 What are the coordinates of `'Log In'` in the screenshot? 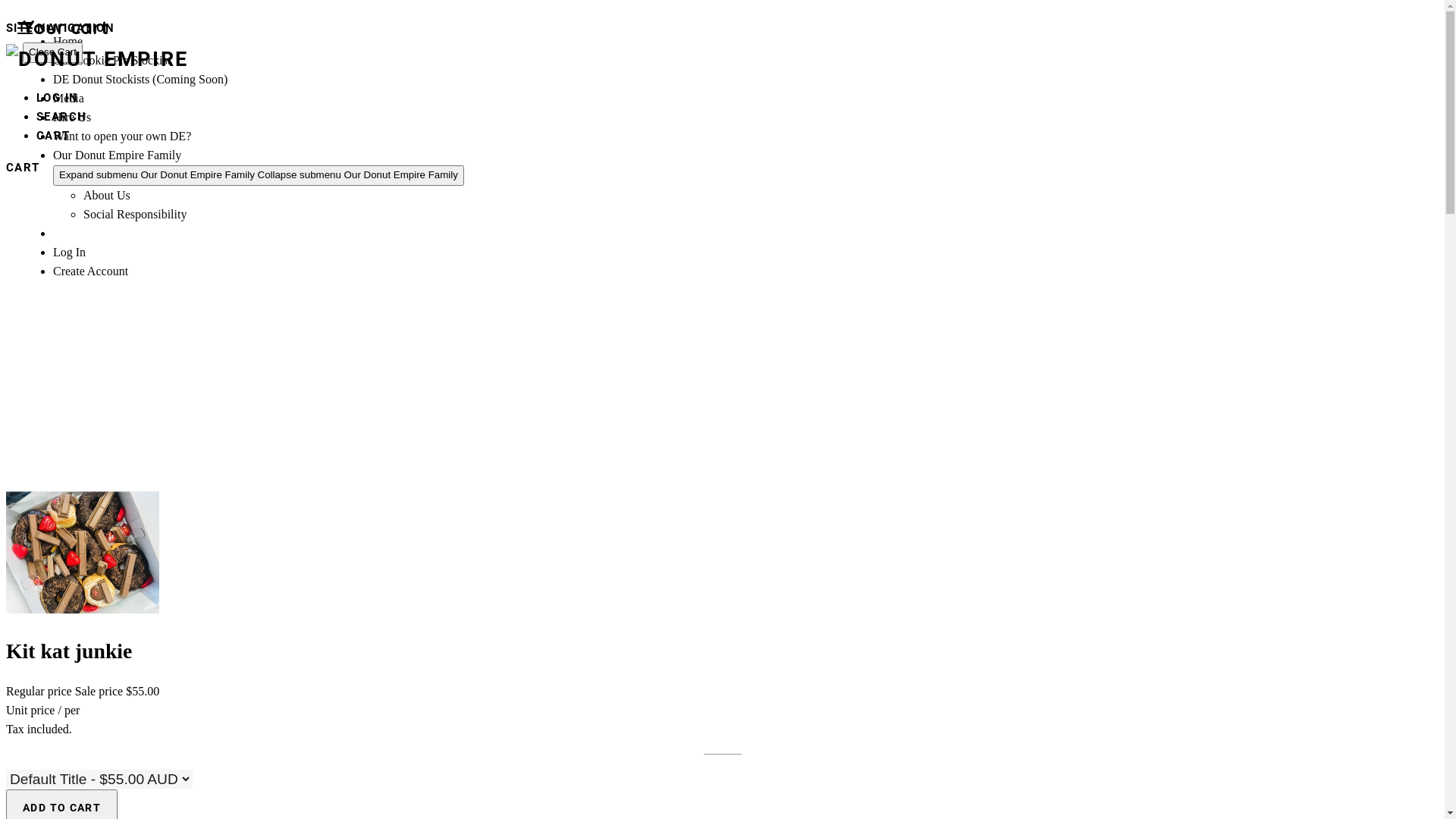 It's located at (68, 251).